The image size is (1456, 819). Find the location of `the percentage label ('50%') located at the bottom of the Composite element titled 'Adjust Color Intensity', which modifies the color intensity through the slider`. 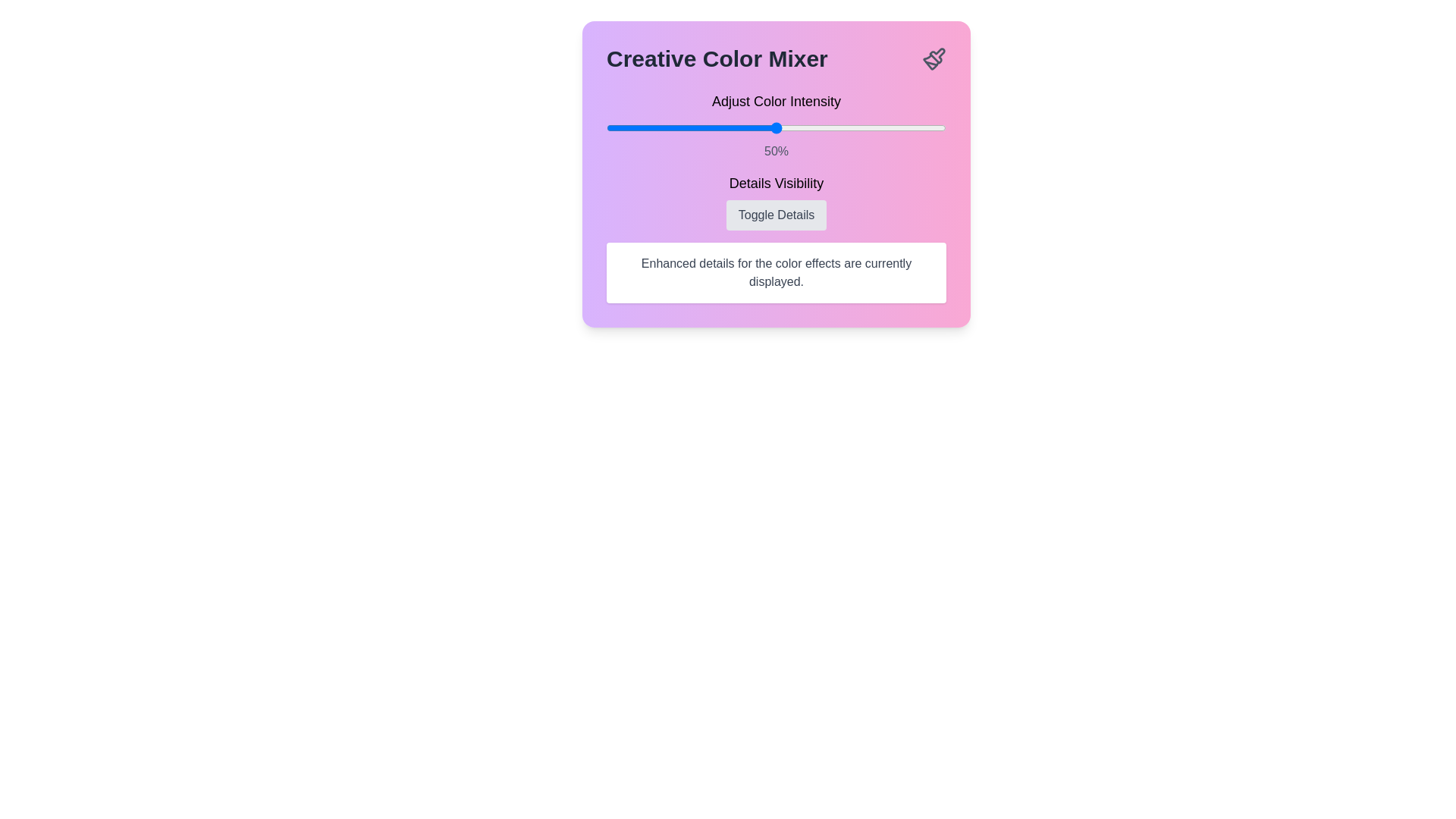

the percentage label ('50%') located at the bottom of the Composite element titled 'Adjust Color Intensity', which modifies the color intensity through the slider is located at coordinates (776, 124).